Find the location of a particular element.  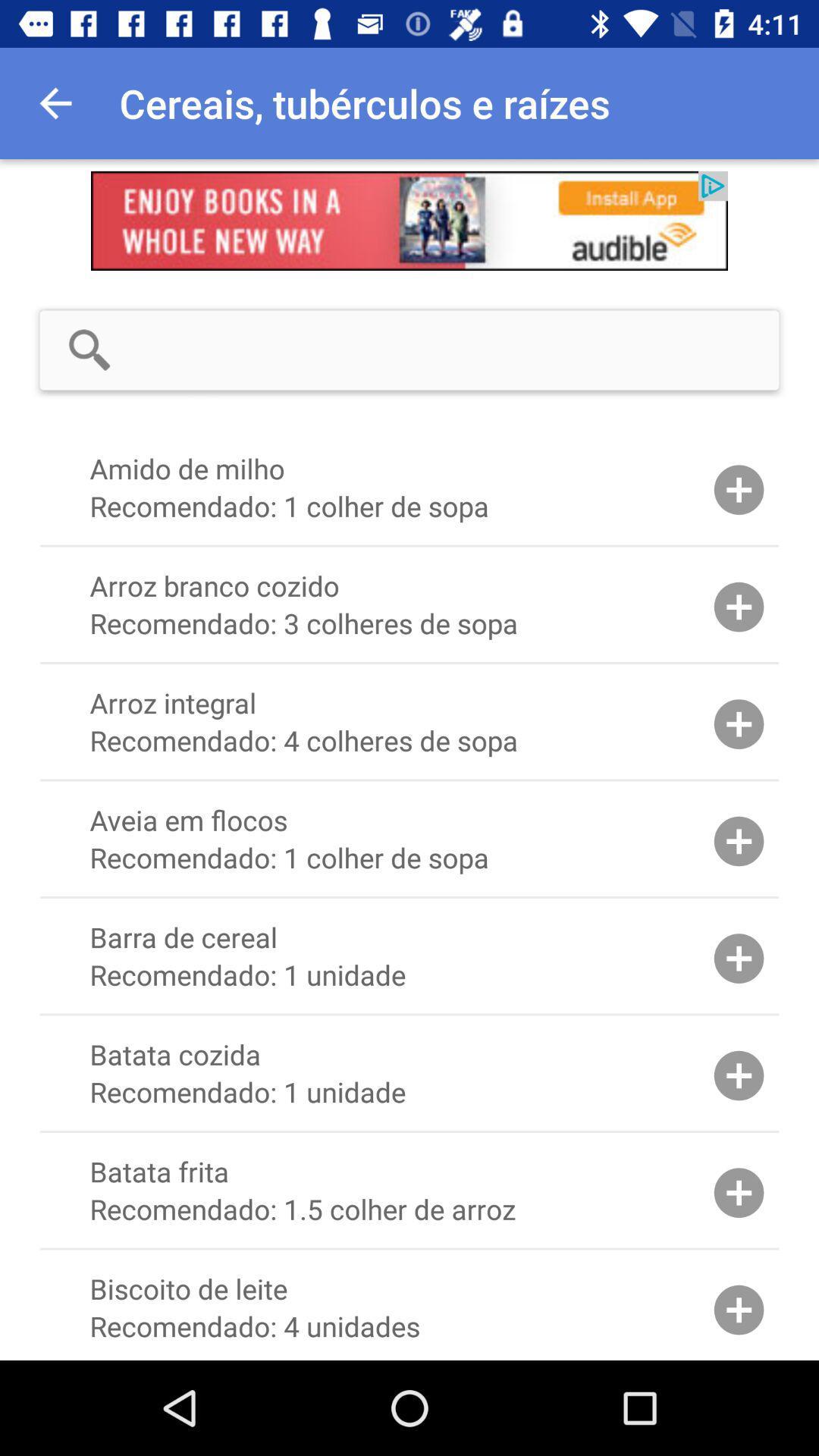

advertisement is located at coordinates (409, 220).